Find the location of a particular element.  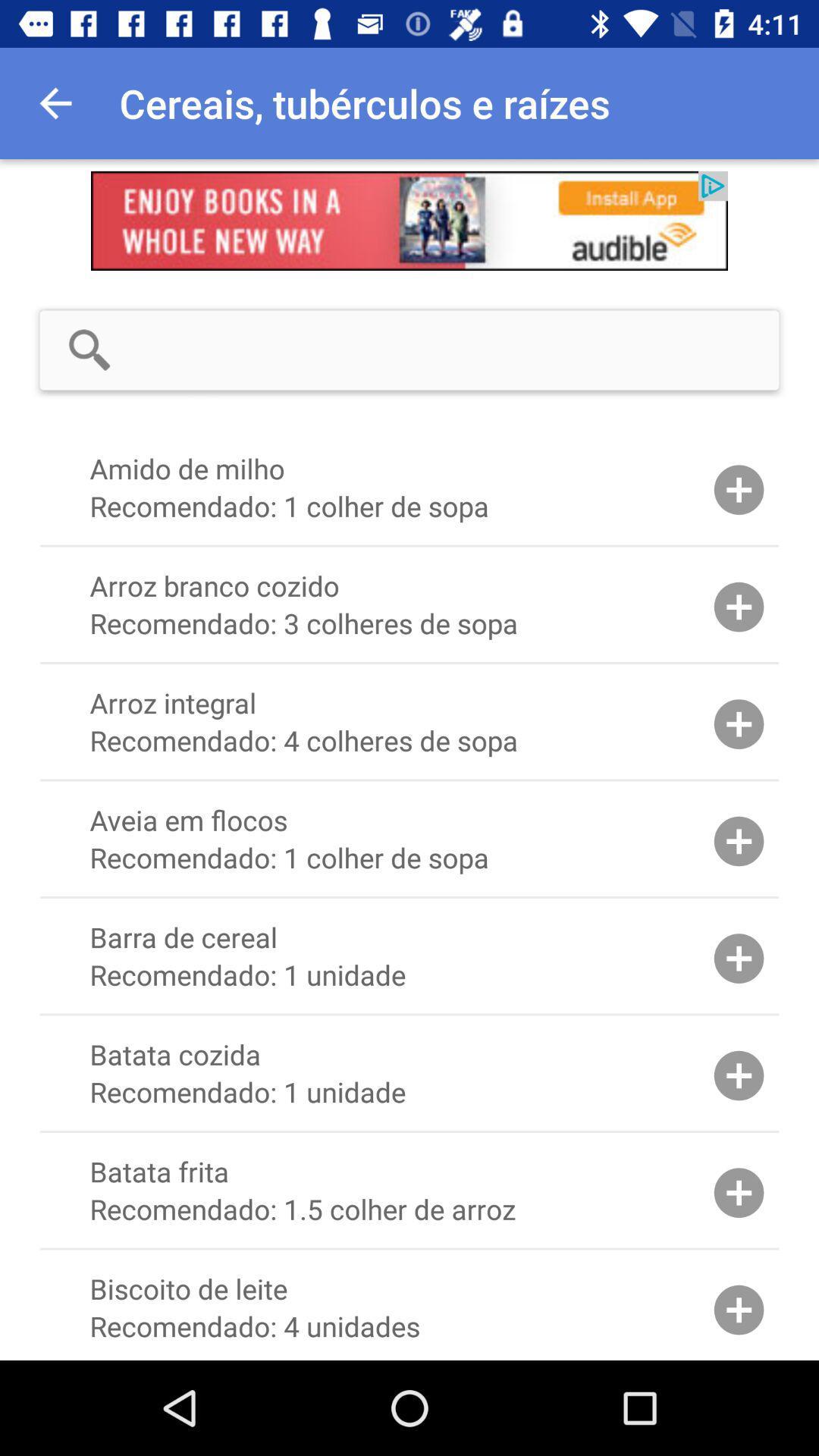

advertisement is located at coordinates (409, 220).